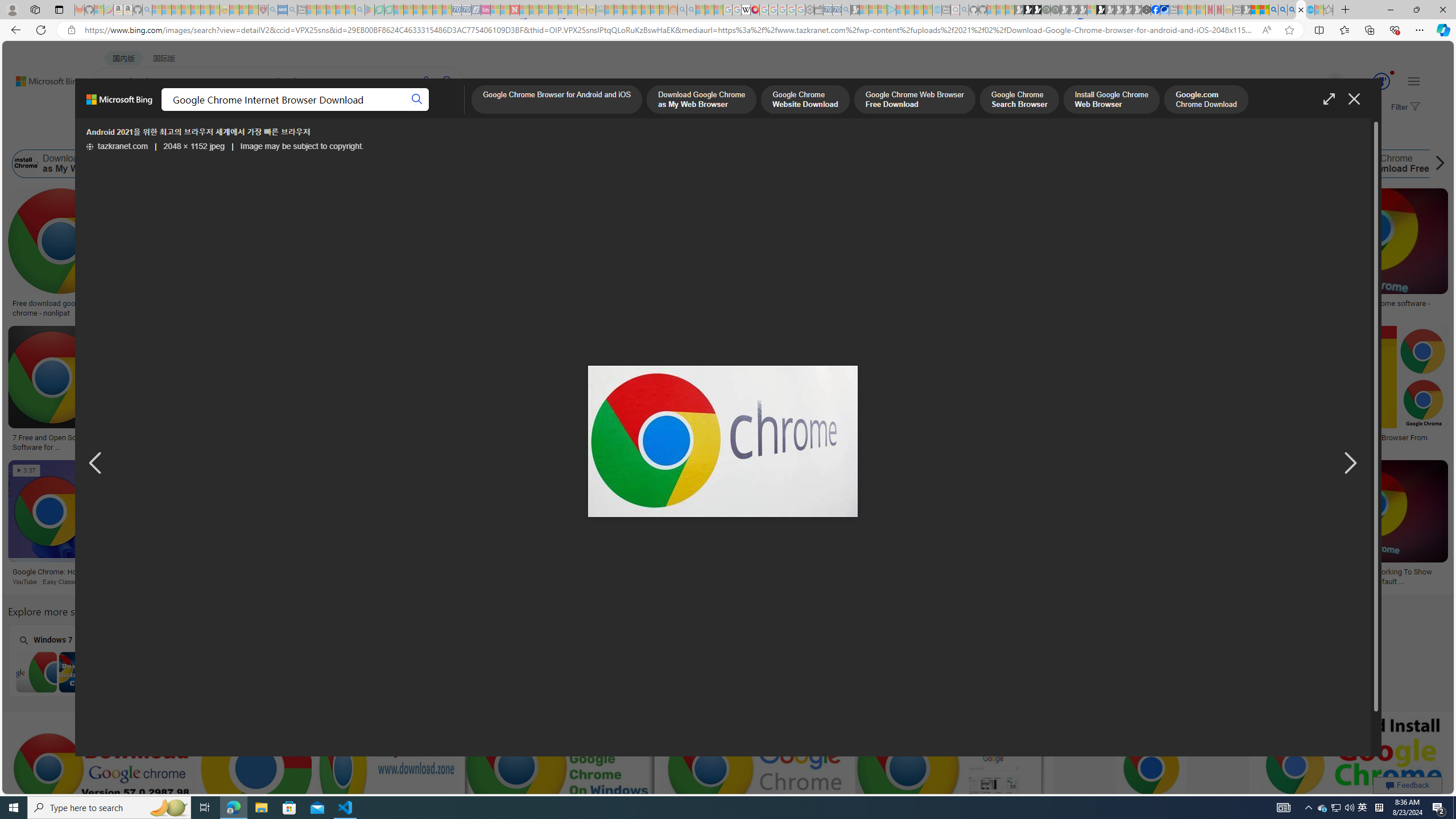 The image size is (1456, 819). I want to click on 'Close image', so click(1352, 98).